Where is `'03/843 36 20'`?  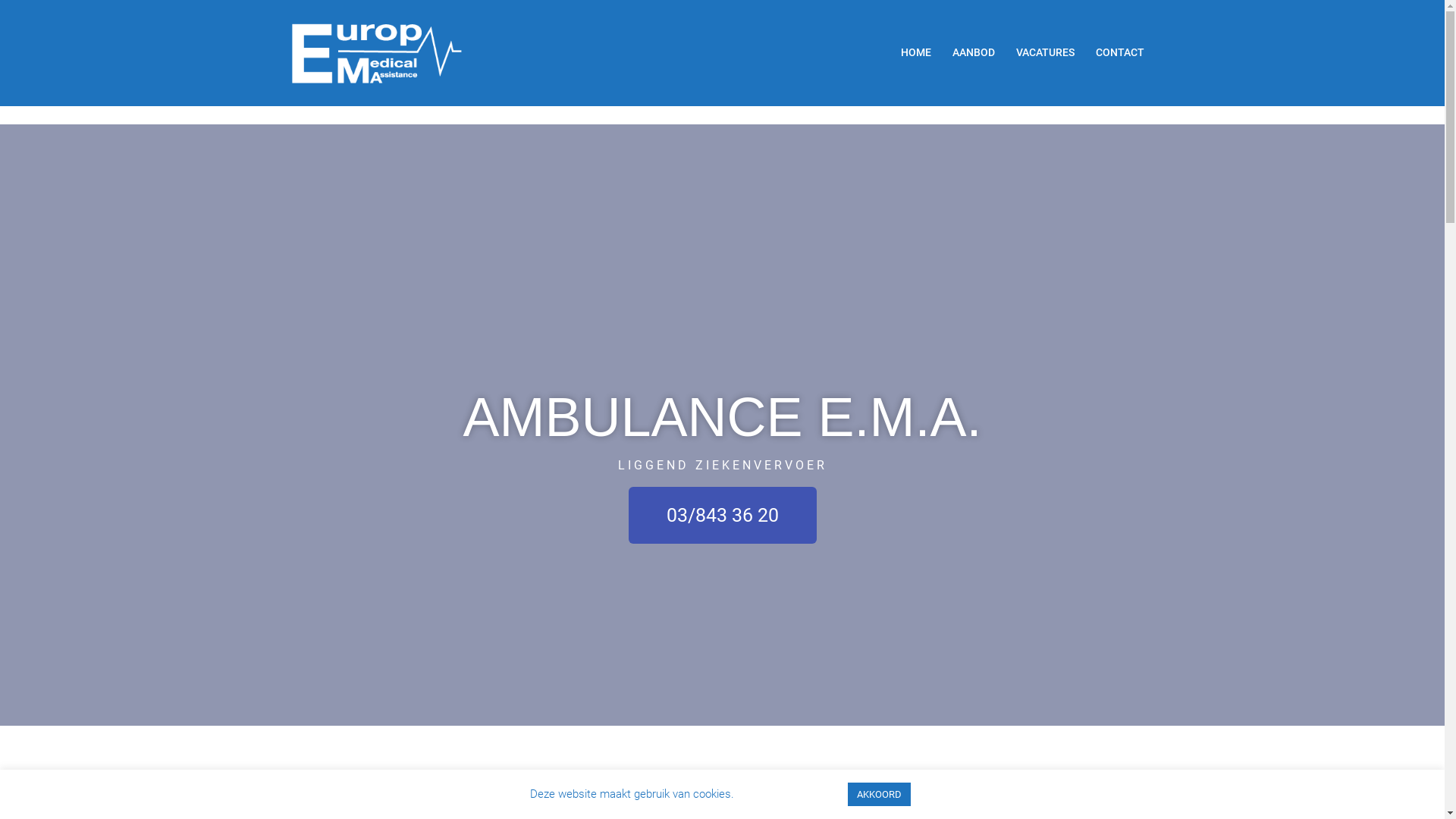 '03/843 36 20' is located at coordinates (628, 514).